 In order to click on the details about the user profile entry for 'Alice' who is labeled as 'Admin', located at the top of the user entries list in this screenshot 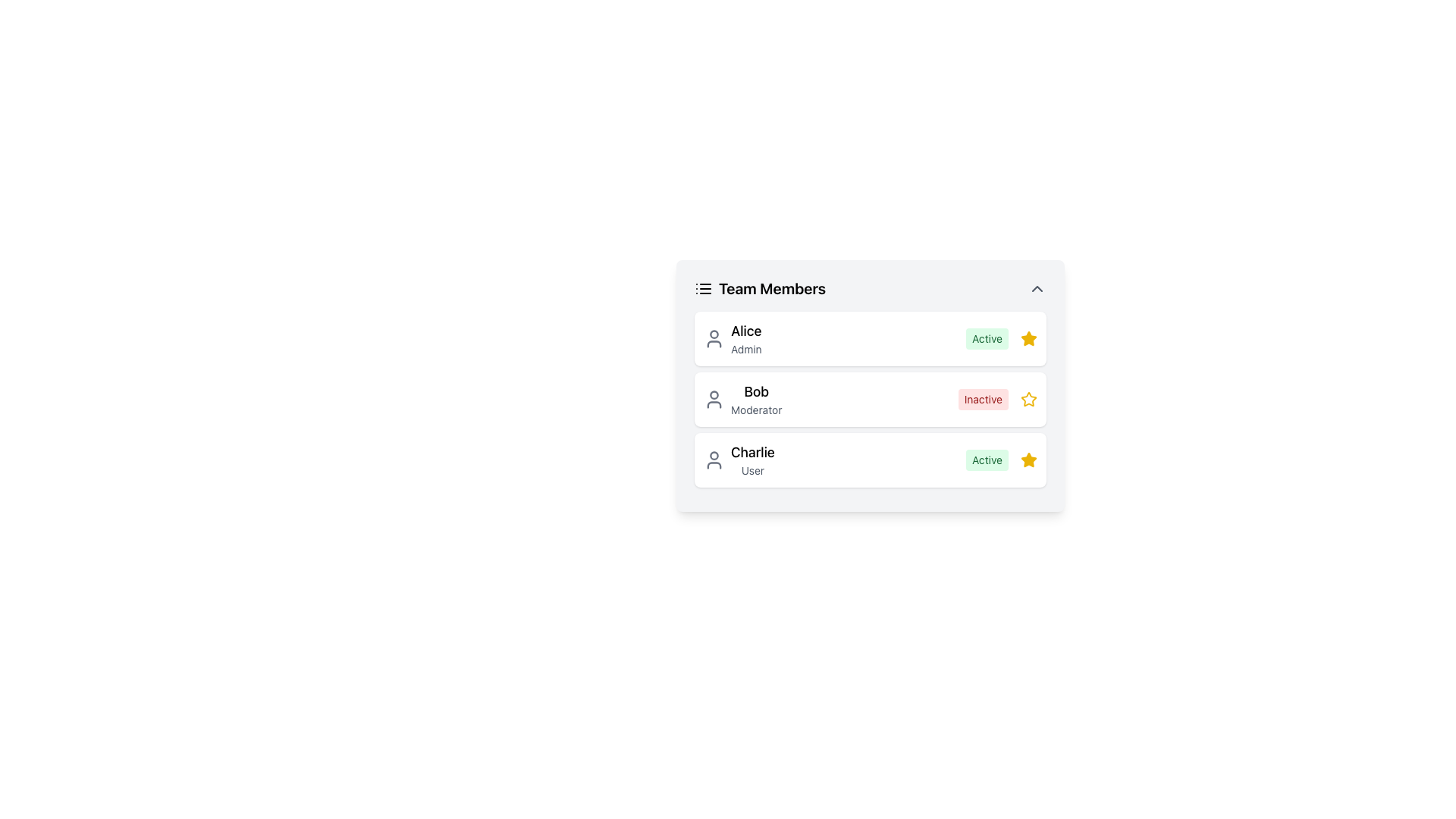, I will do `click(733, 338)`.